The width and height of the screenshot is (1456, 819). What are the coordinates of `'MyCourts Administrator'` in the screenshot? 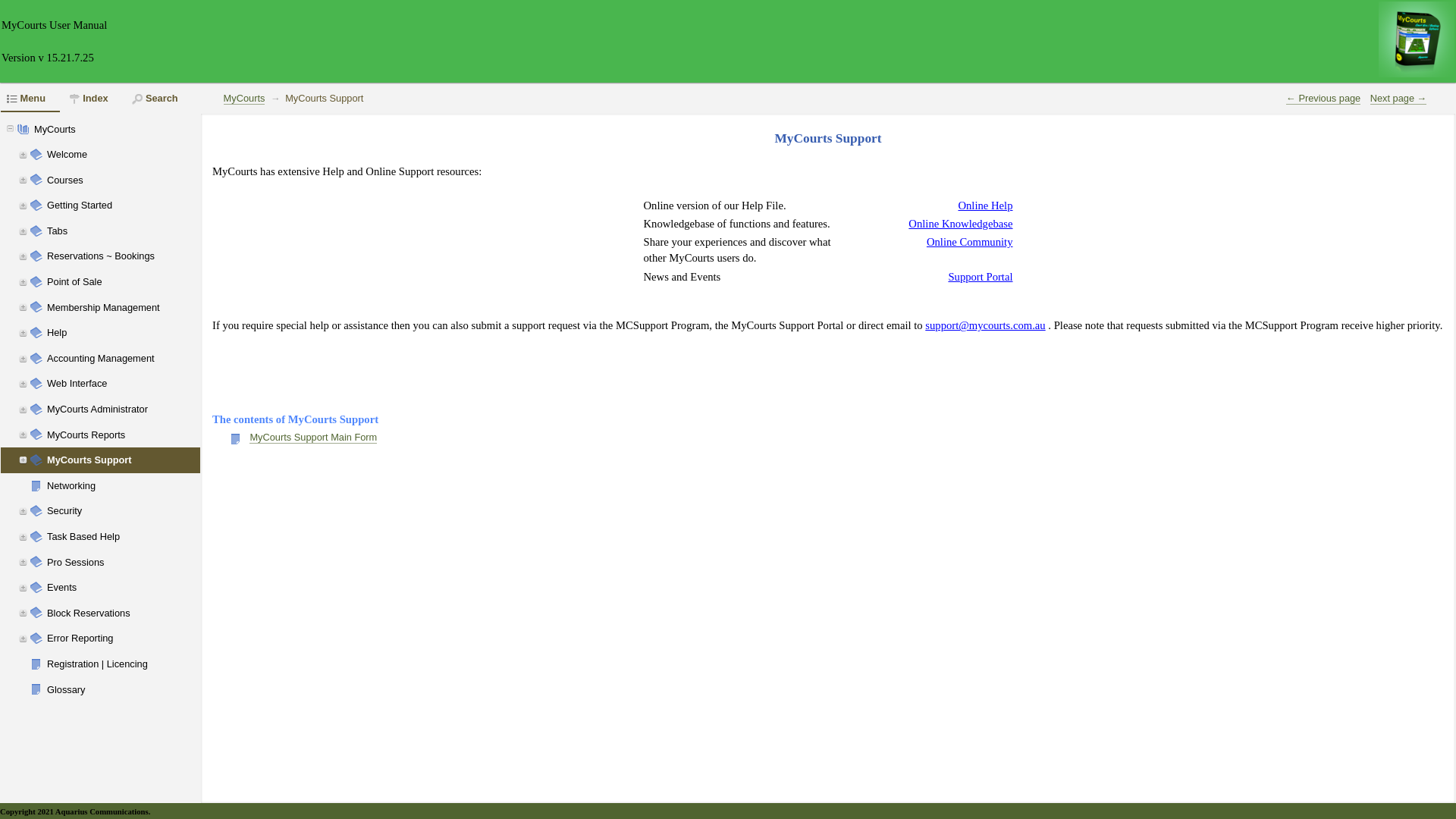 It's located at (143, 409).